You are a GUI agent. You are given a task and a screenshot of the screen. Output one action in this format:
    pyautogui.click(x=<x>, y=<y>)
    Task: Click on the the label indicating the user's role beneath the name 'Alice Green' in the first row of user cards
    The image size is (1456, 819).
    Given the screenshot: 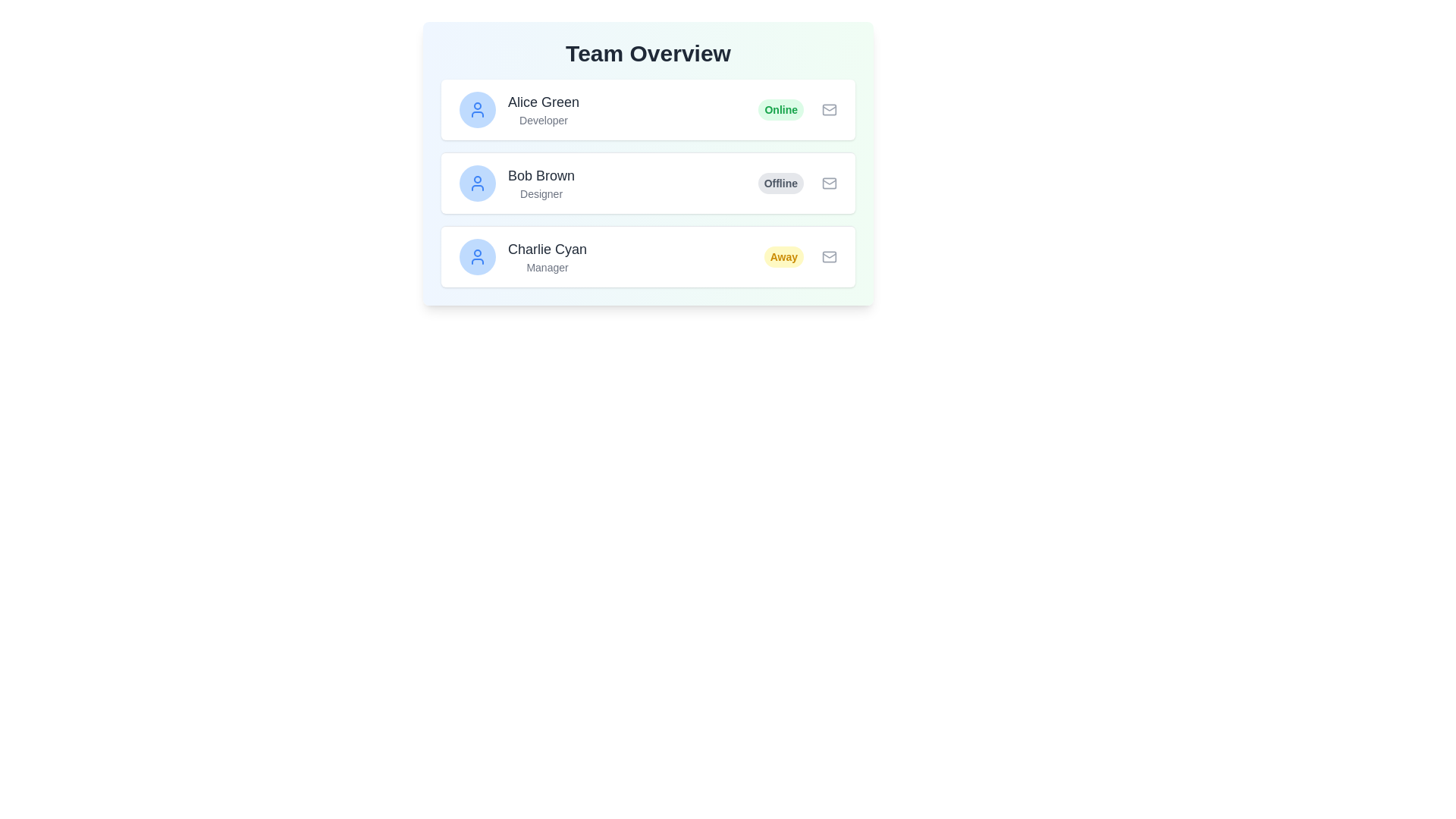 What is the action you would take?
    pyautogui.click(x=543, y=119)
    